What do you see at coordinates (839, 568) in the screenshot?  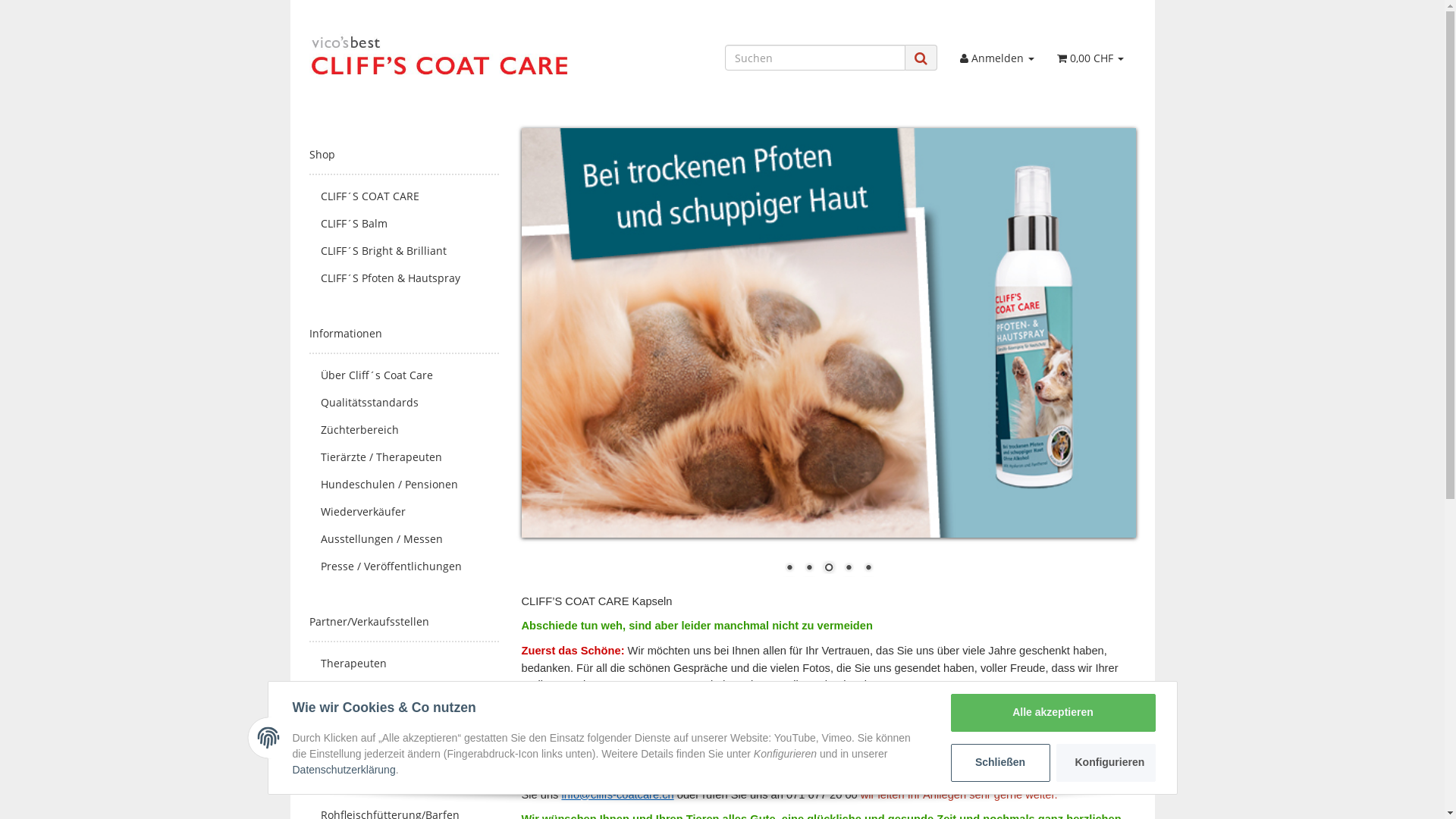 I see `'4'` at bounding box center [839, 568].